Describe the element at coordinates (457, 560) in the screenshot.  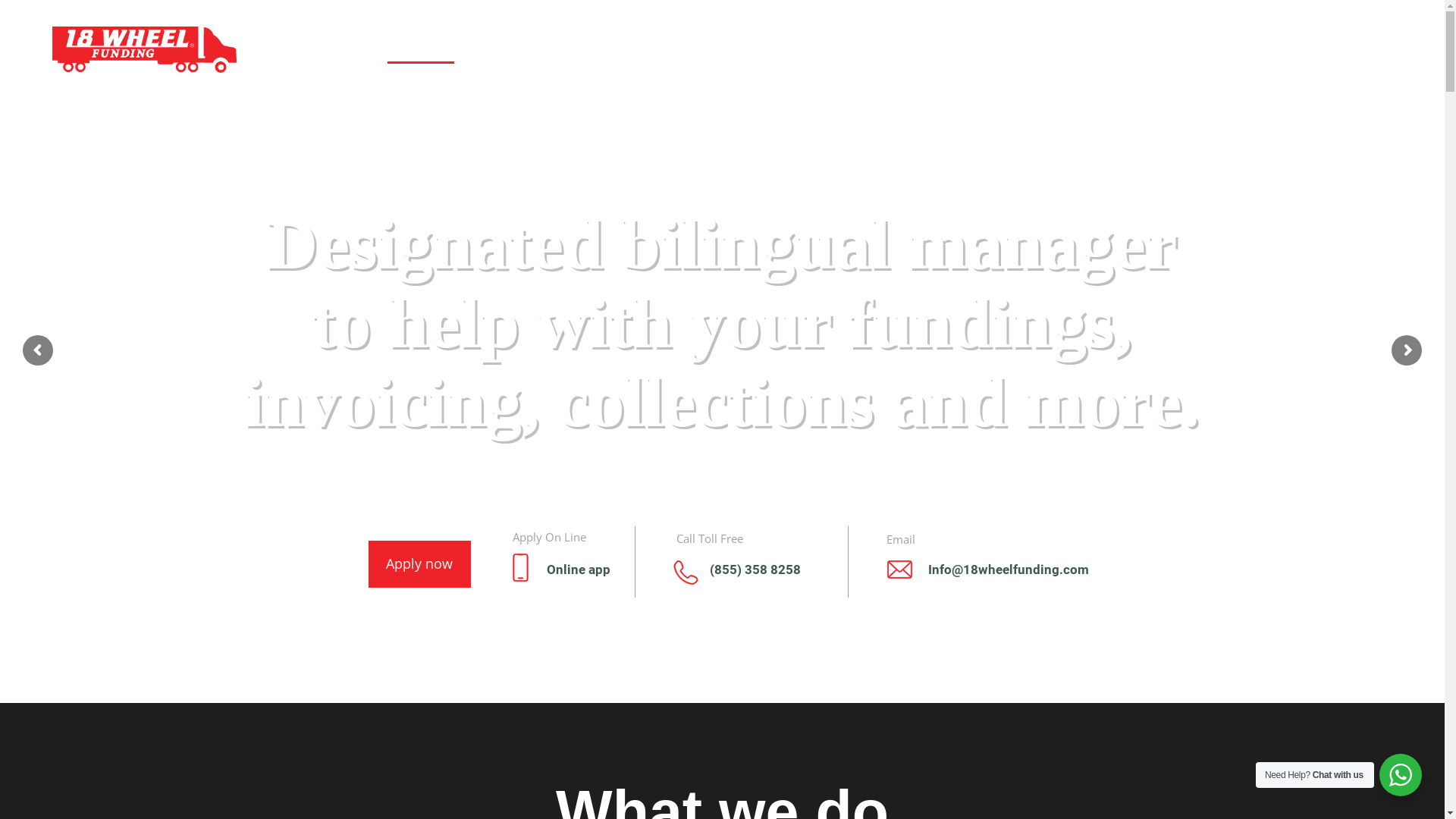
I see `'Apply now'` at that location.